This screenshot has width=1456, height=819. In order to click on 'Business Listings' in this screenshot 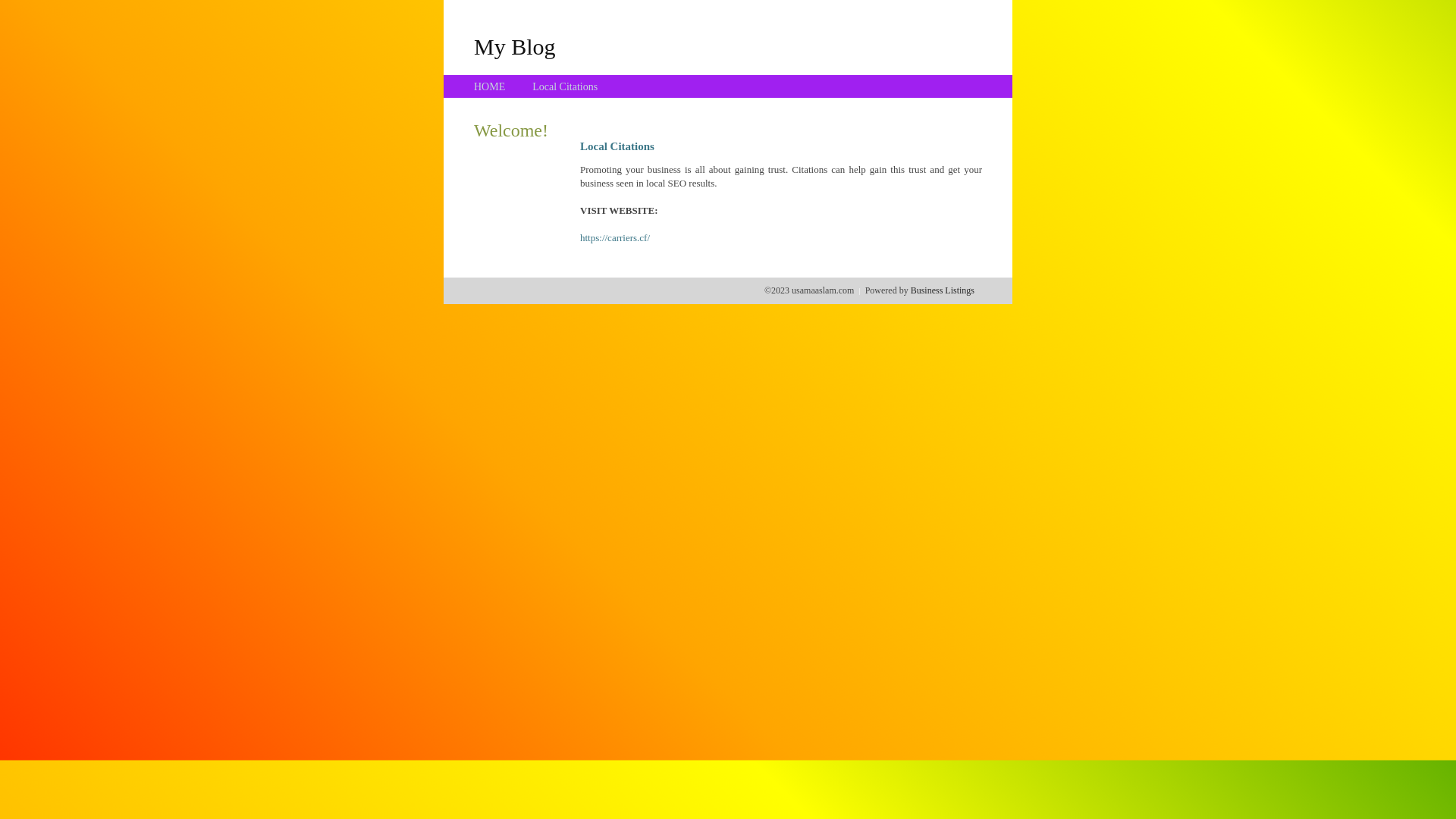, I will do `click(942, 290)`.